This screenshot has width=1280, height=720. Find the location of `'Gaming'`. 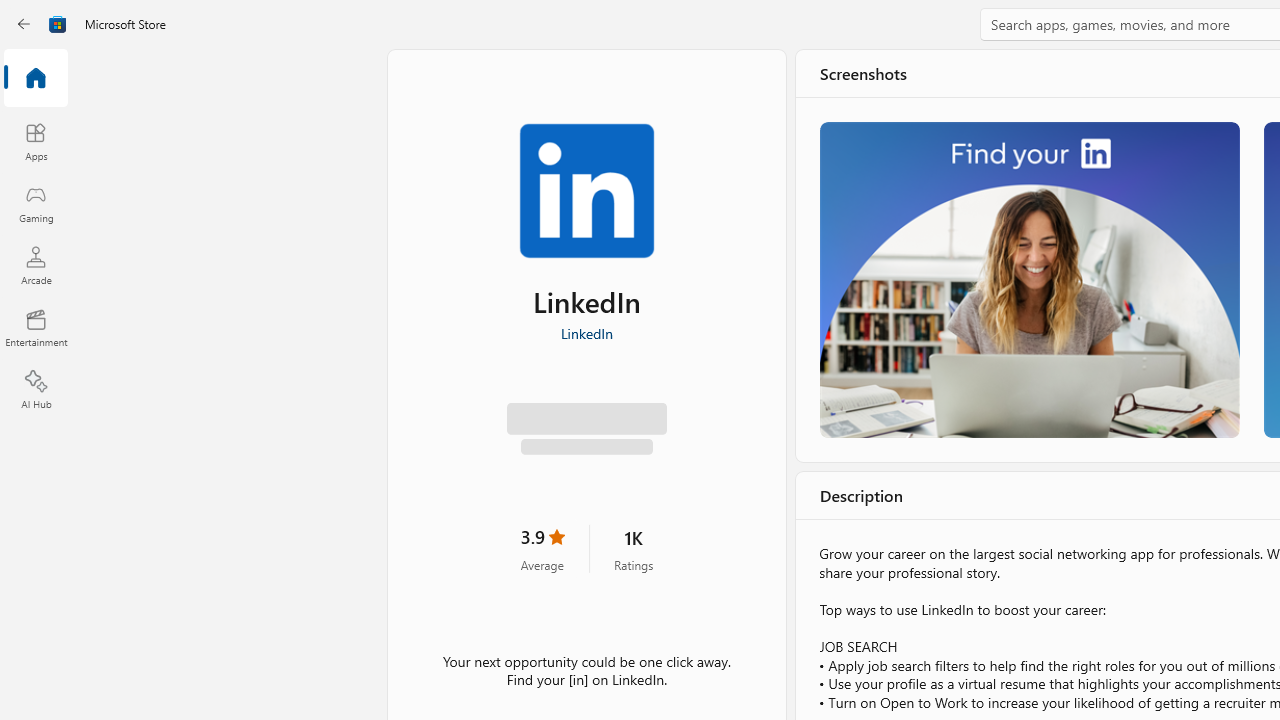

'Gaming' is located at coordinates (35, 203).